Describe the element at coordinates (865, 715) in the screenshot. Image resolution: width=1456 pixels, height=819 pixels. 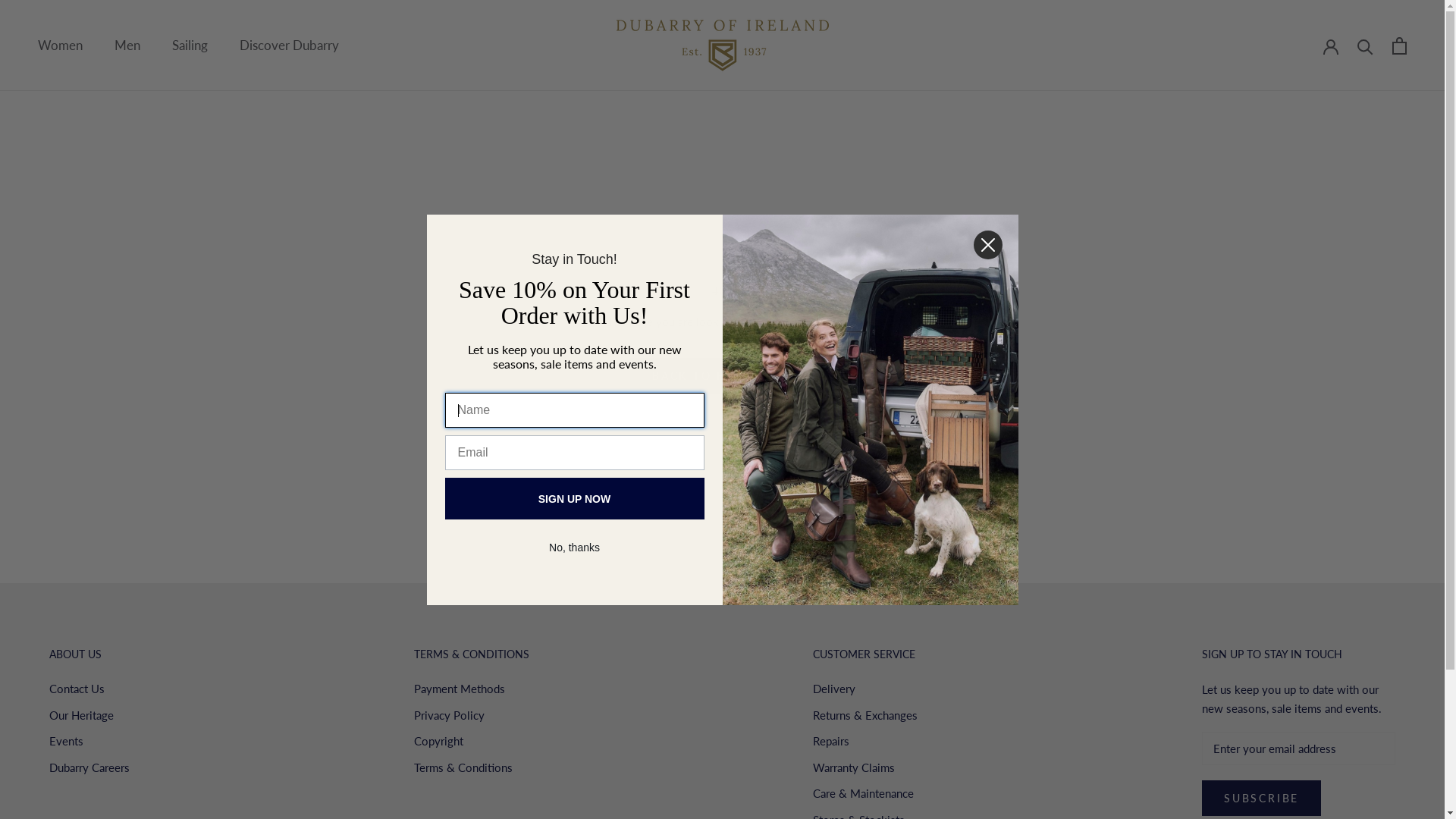
I see `'Returns & Exchanges'` at that location.